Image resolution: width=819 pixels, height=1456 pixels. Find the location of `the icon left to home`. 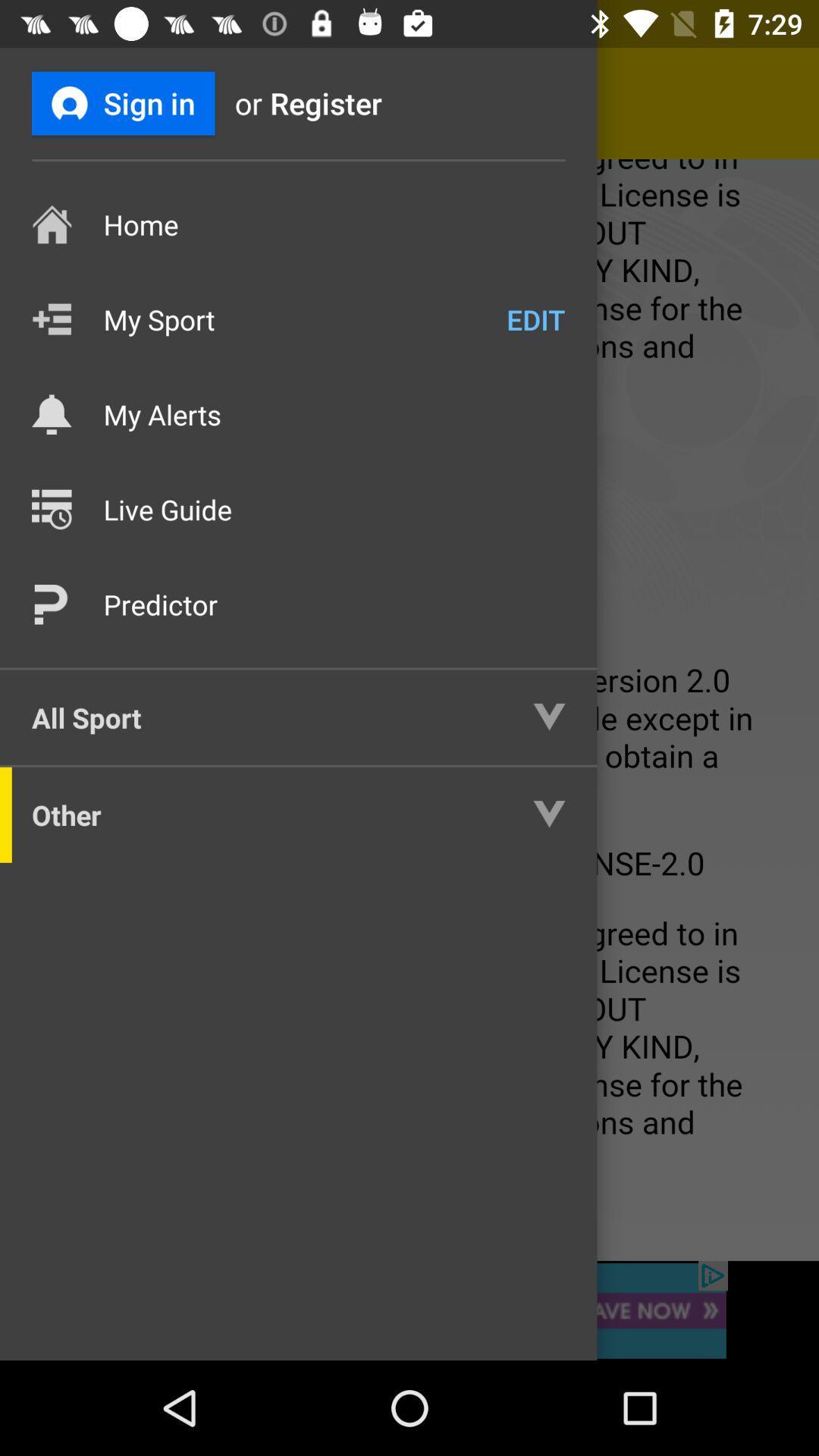

the icon left to home is located at coordinates (51, 224).